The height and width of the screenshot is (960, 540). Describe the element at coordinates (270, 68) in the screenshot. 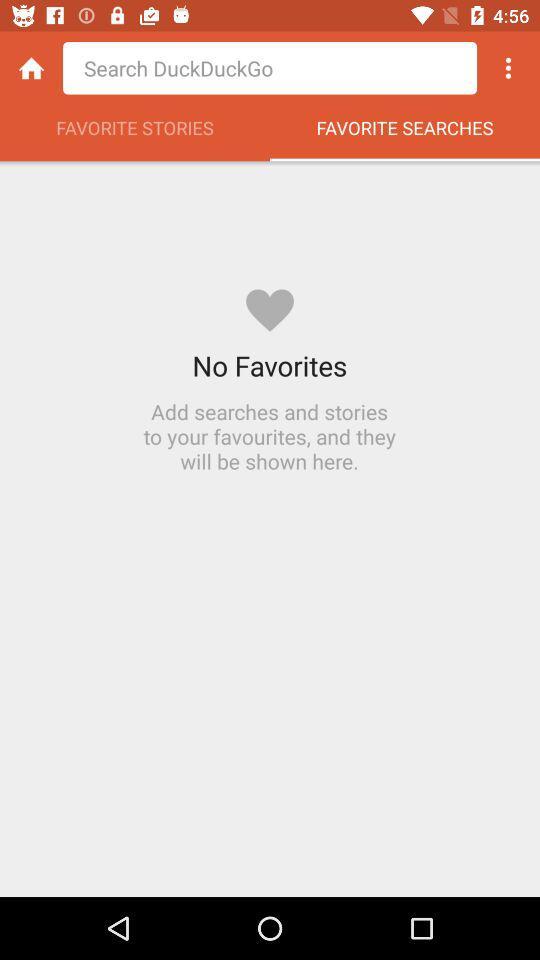

I see `search bar` at that location.